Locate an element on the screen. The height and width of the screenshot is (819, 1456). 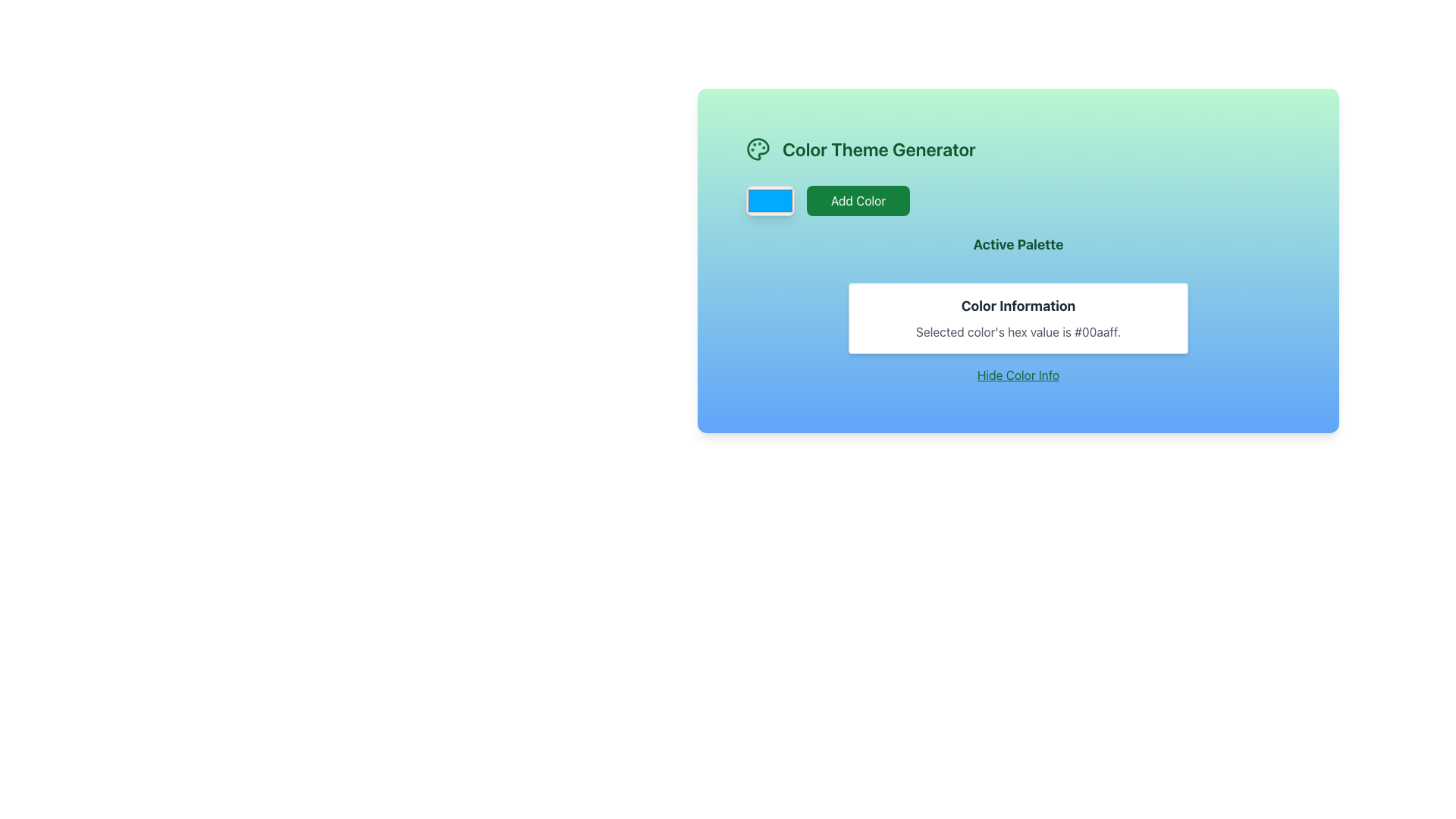
displayed hex color value from the text display located below the 'Color Information' header in the white card is located at coordinates (1018, 331).